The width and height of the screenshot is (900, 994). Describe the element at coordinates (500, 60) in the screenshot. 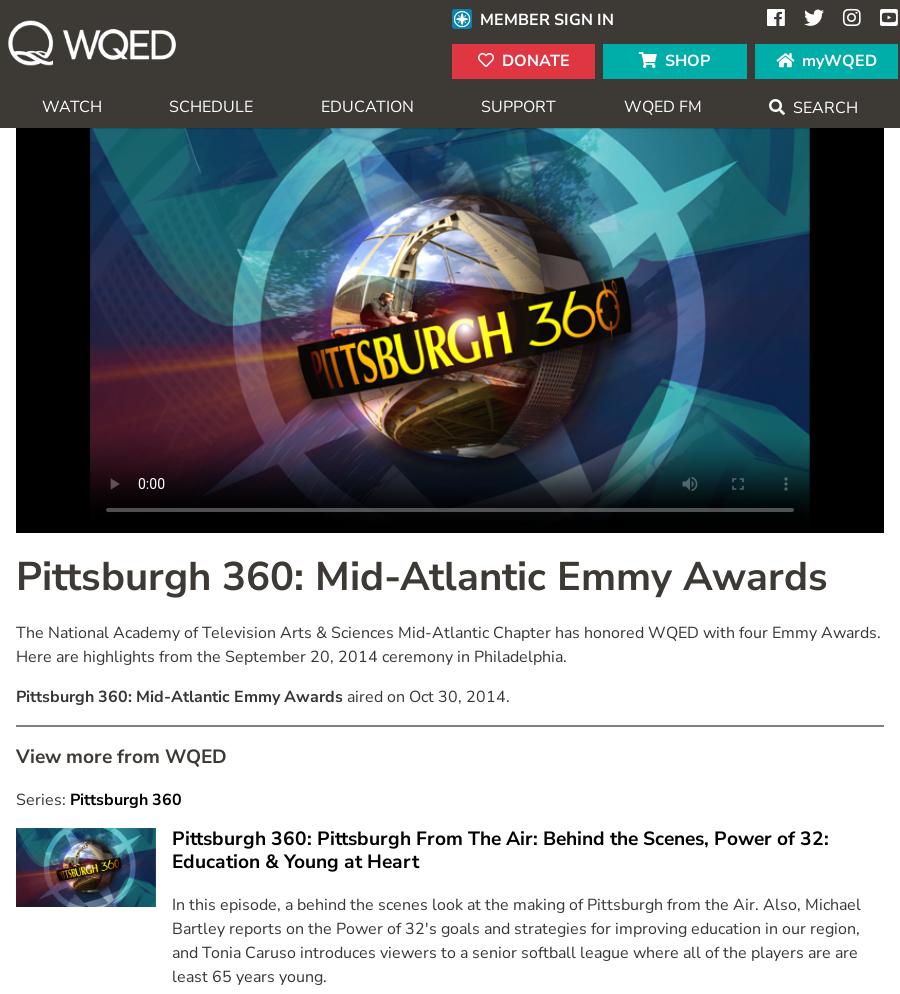

I see `'Donate'` at that location.